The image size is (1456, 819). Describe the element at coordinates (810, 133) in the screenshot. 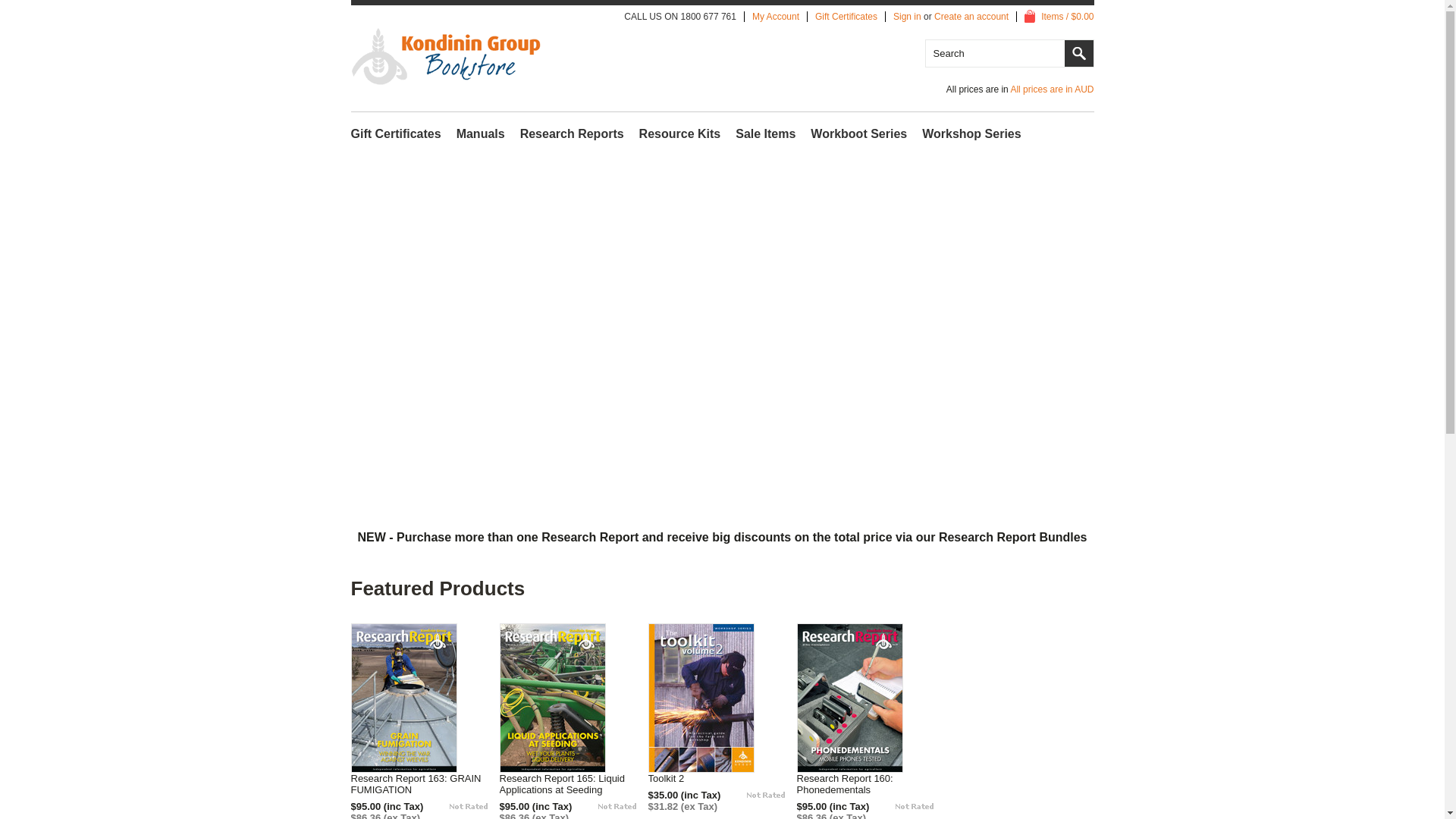

I see `'Workboot Series'` at that location.